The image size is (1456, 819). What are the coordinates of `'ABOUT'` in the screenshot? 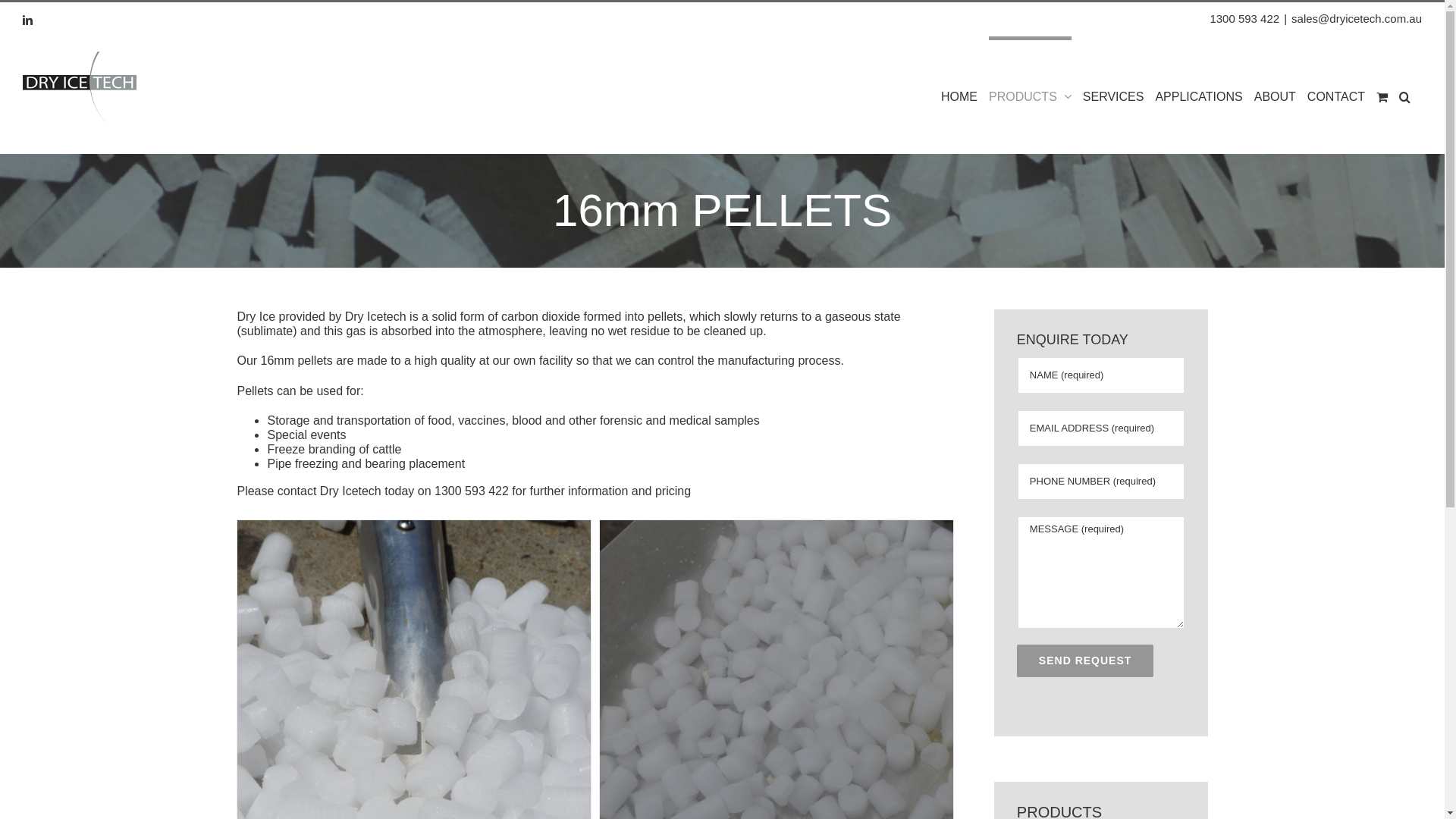 It's located at (1274, 94).